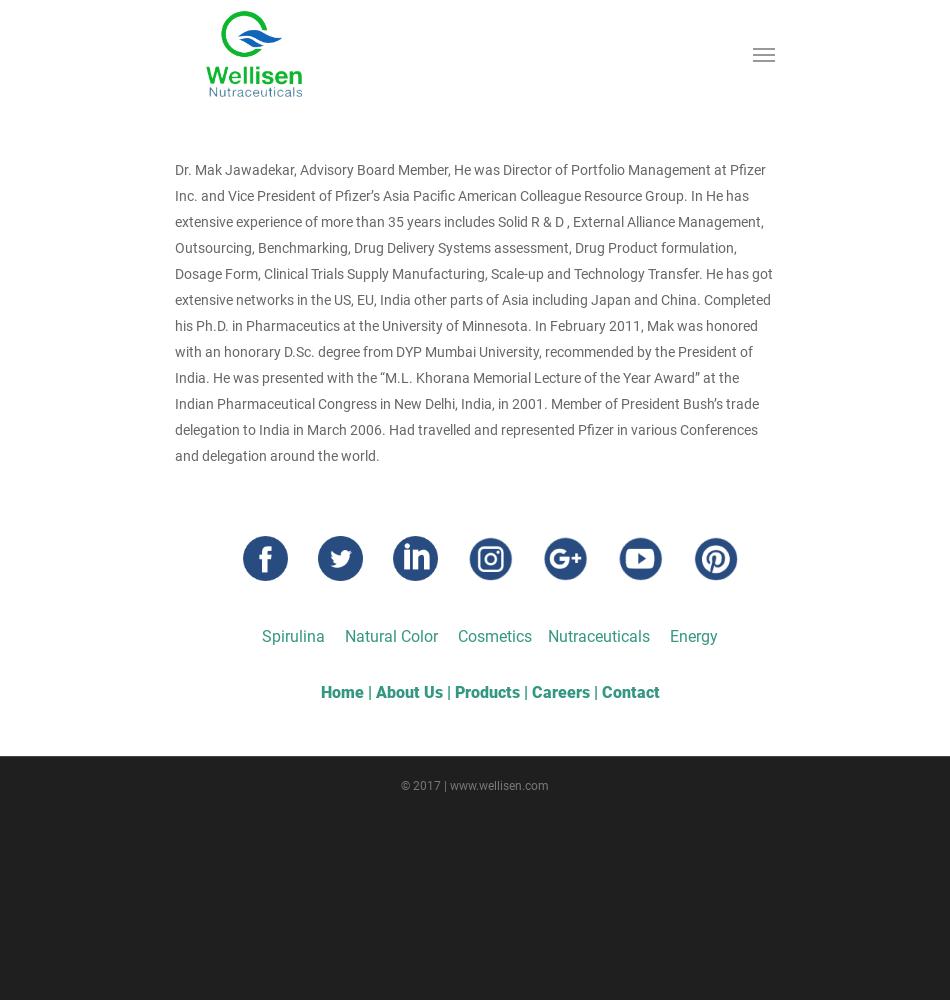 The width and height of the screenshot is (950, 1000). Describe the element at coordinates (475, 786) in the screenshot. I see `'© 2017 | www.wellisen.com'` at that location.